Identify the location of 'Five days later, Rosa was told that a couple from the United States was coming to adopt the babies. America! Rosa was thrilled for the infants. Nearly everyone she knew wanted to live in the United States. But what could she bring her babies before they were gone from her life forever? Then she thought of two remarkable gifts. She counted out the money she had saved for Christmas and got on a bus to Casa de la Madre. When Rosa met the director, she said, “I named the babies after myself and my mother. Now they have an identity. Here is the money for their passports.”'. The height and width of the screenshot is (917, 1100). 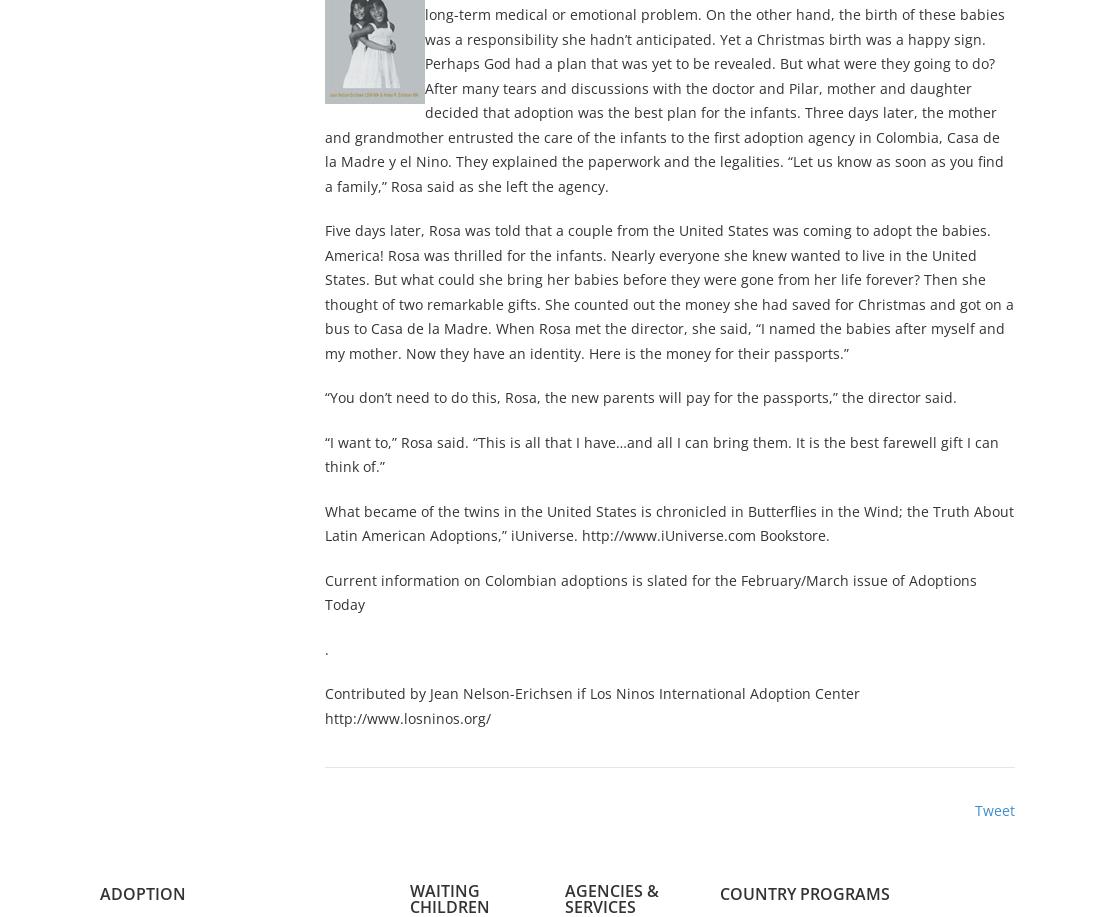
(324, 291).